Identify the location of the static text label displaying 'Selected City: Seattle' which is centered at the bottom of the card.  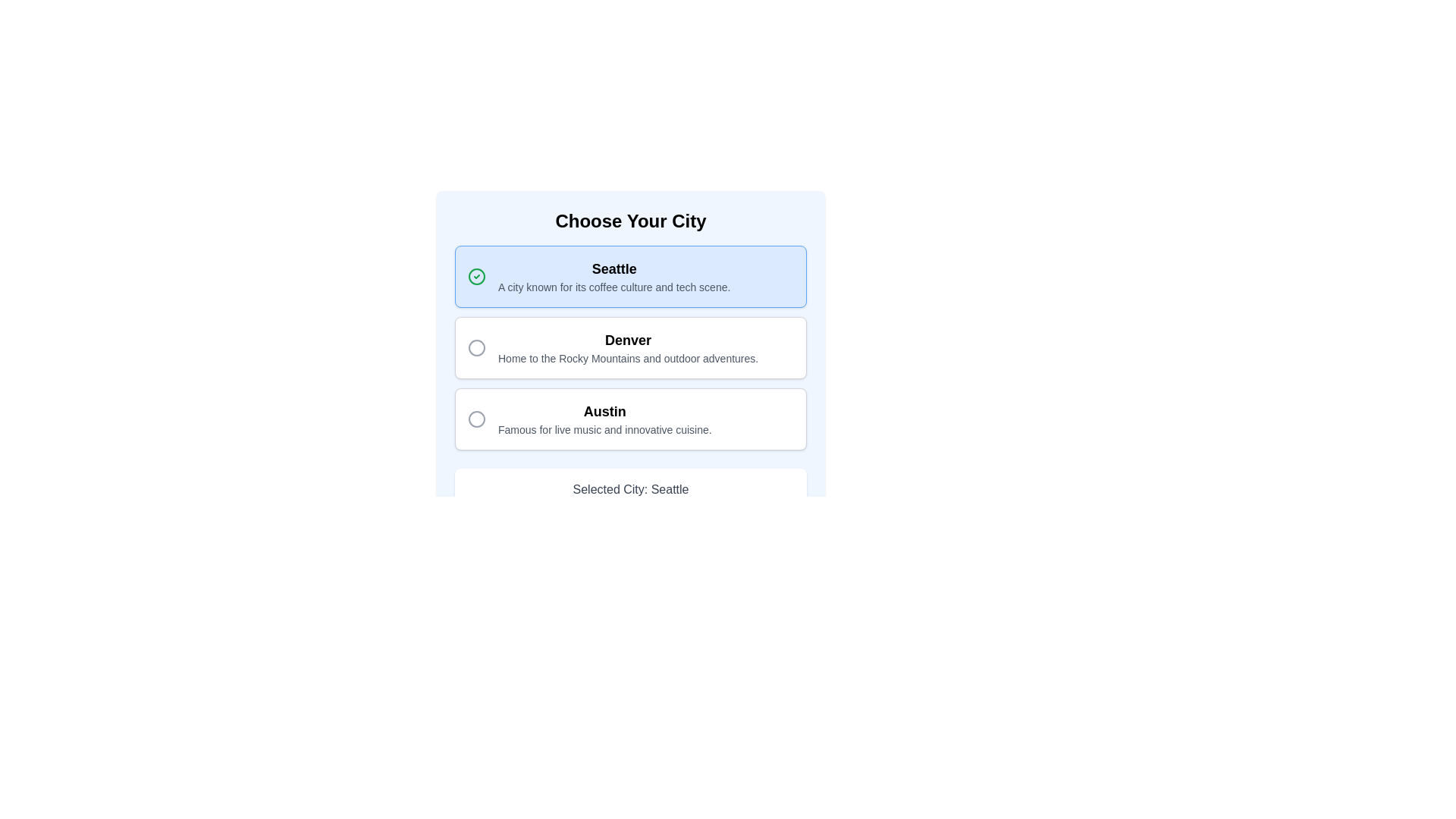
(630, 489).